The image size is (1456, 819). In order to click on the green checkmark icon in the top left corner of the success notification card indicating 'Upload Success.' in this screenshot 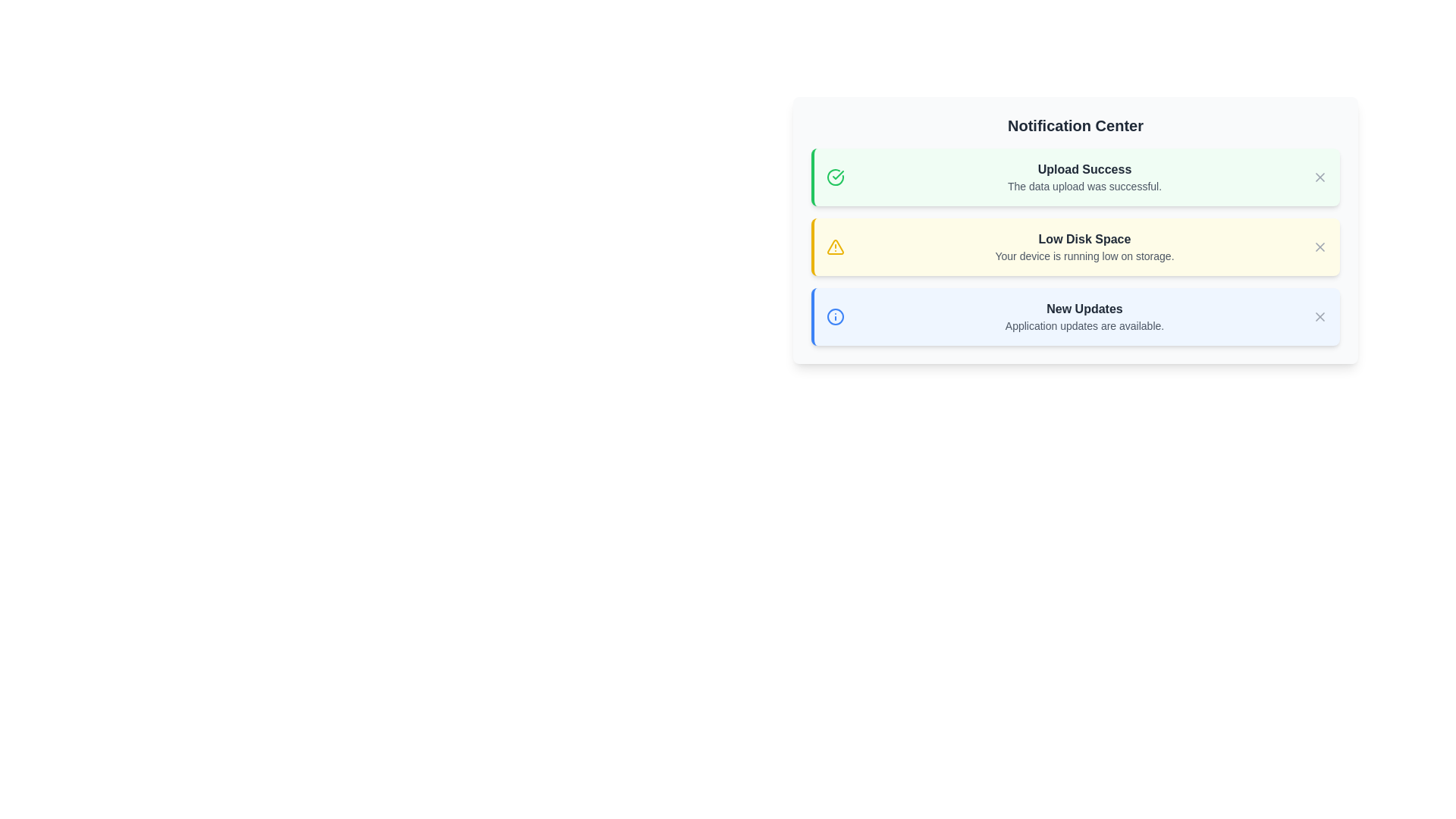, I will do `click(837, 174)`.